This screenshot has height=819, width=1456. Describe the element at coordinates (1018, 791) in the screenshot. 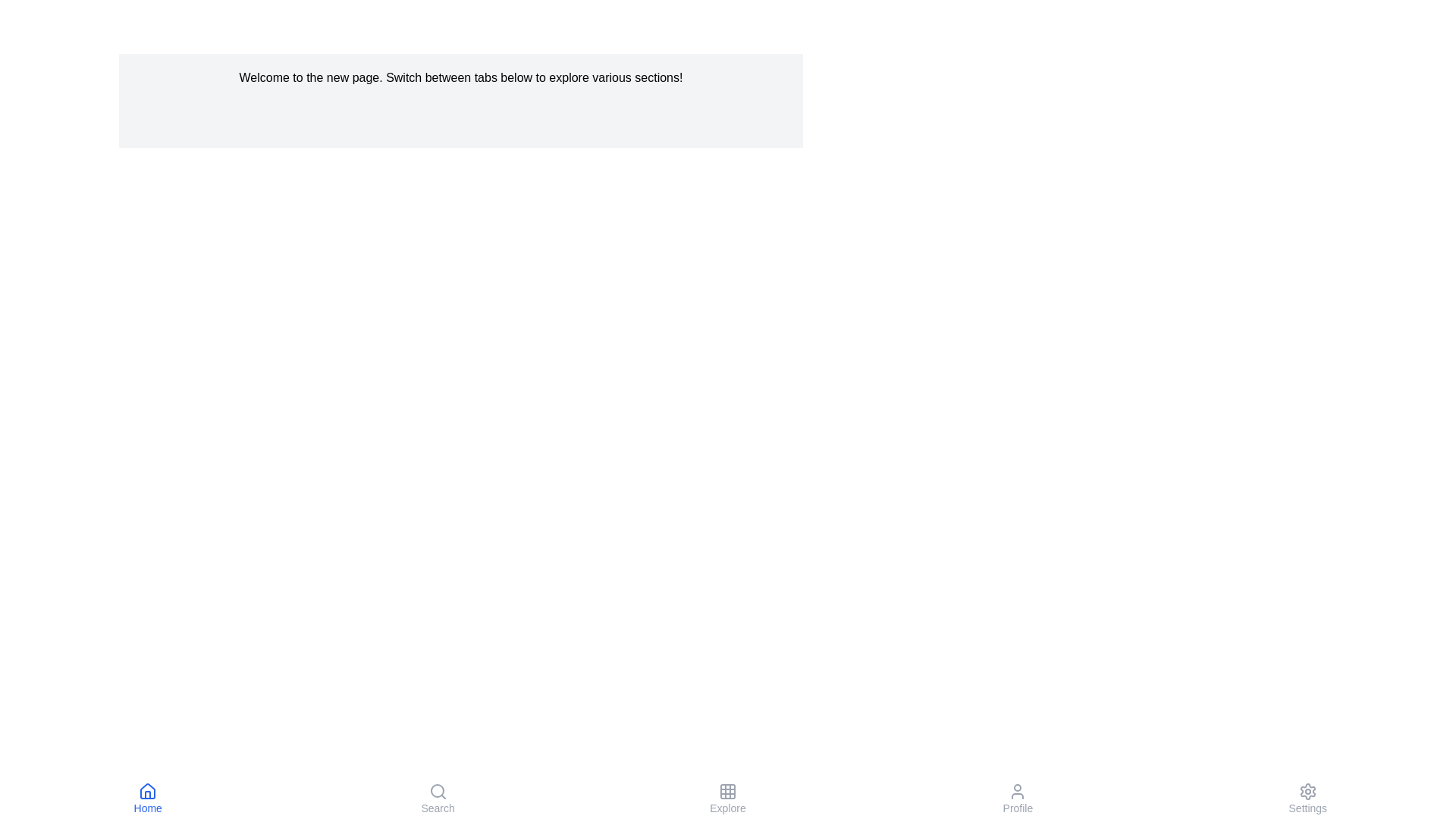

I see `the 'Profile' icon in the navigation bar` at that location.